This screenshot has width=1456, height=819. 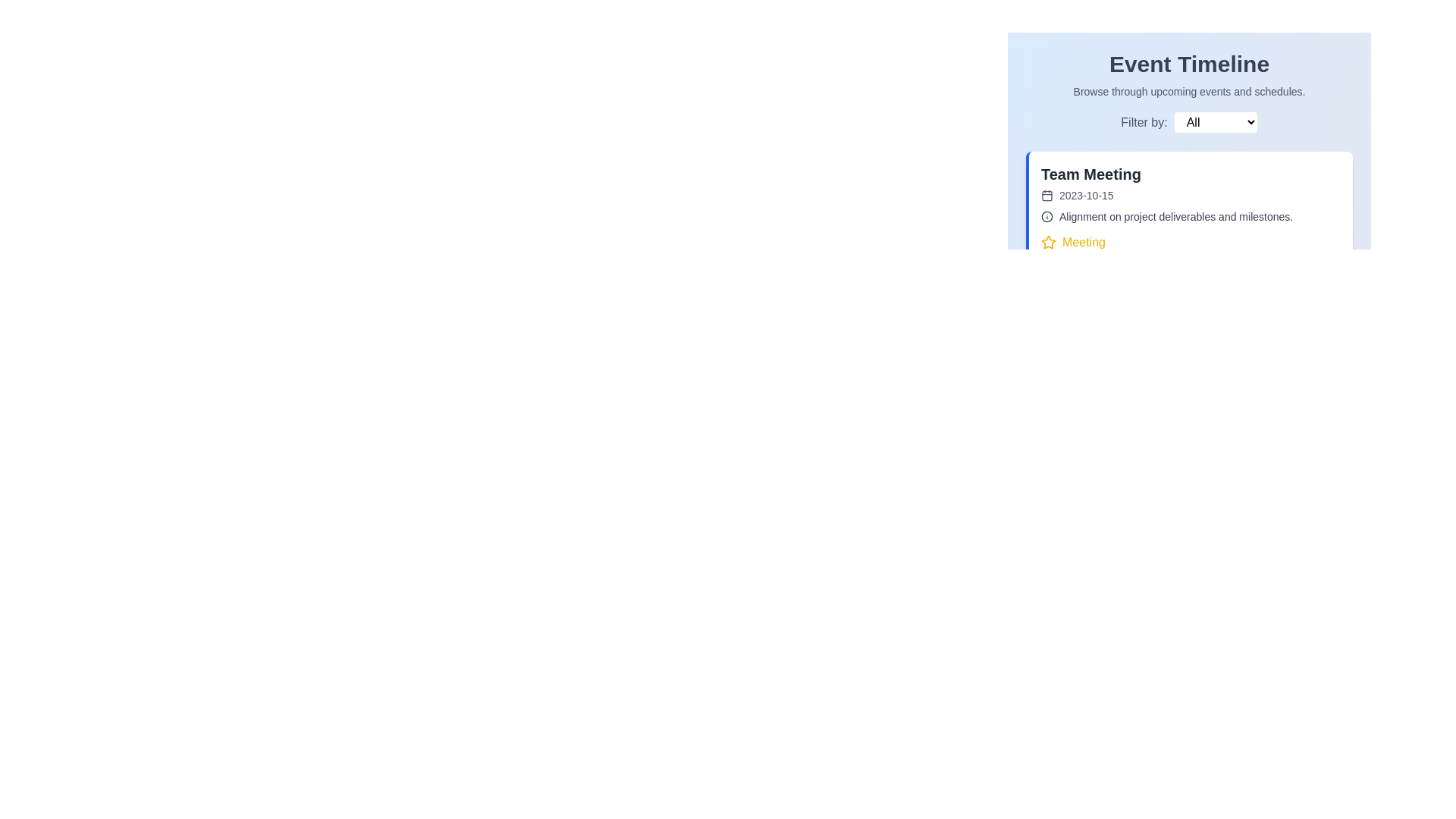 I want to click on the Dropdown menu for filtering events in the timeline, so click(x=1188, y=121).